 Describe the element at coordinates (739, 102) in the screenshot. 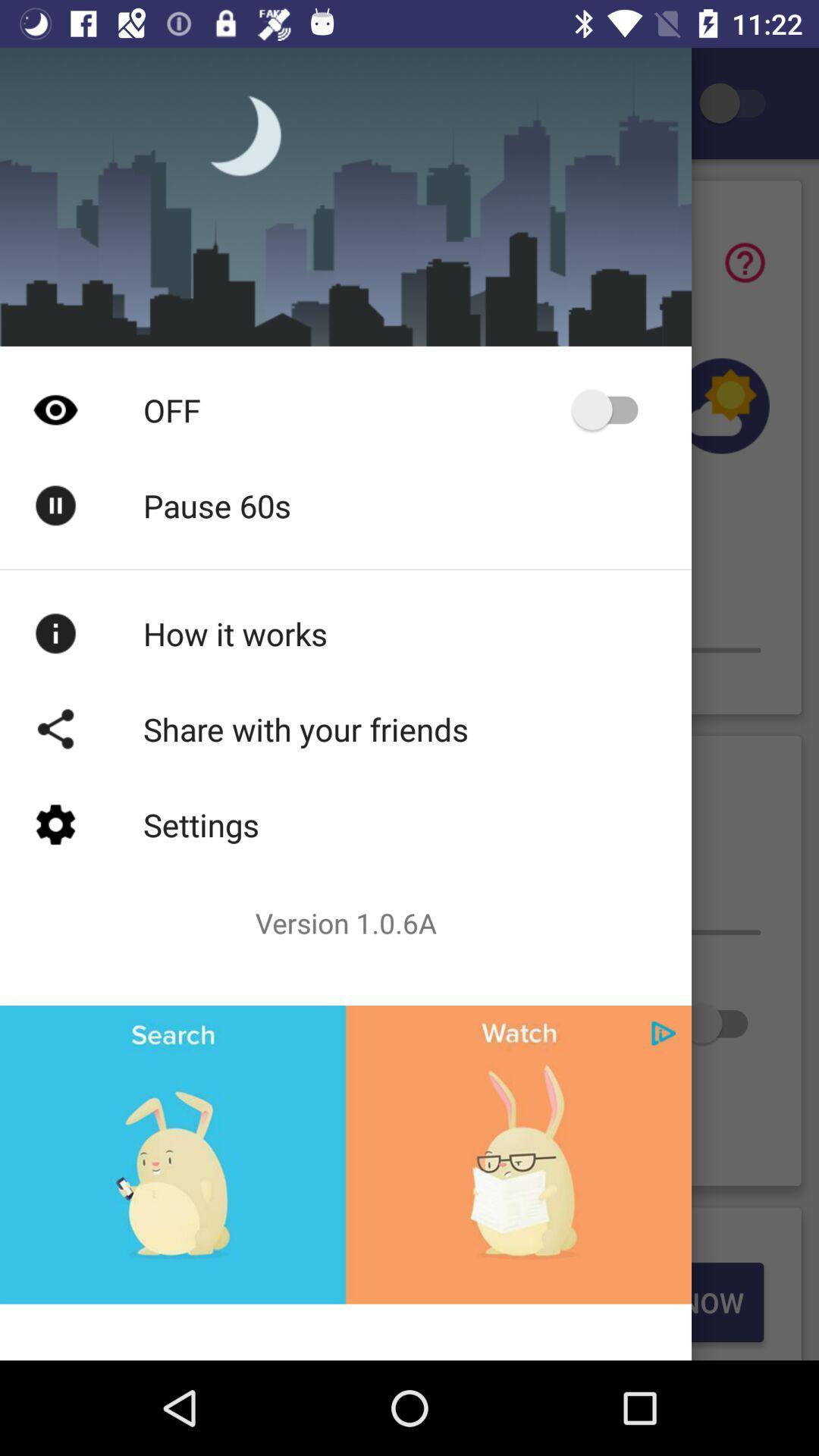

I see `blue light filter option` at that location.